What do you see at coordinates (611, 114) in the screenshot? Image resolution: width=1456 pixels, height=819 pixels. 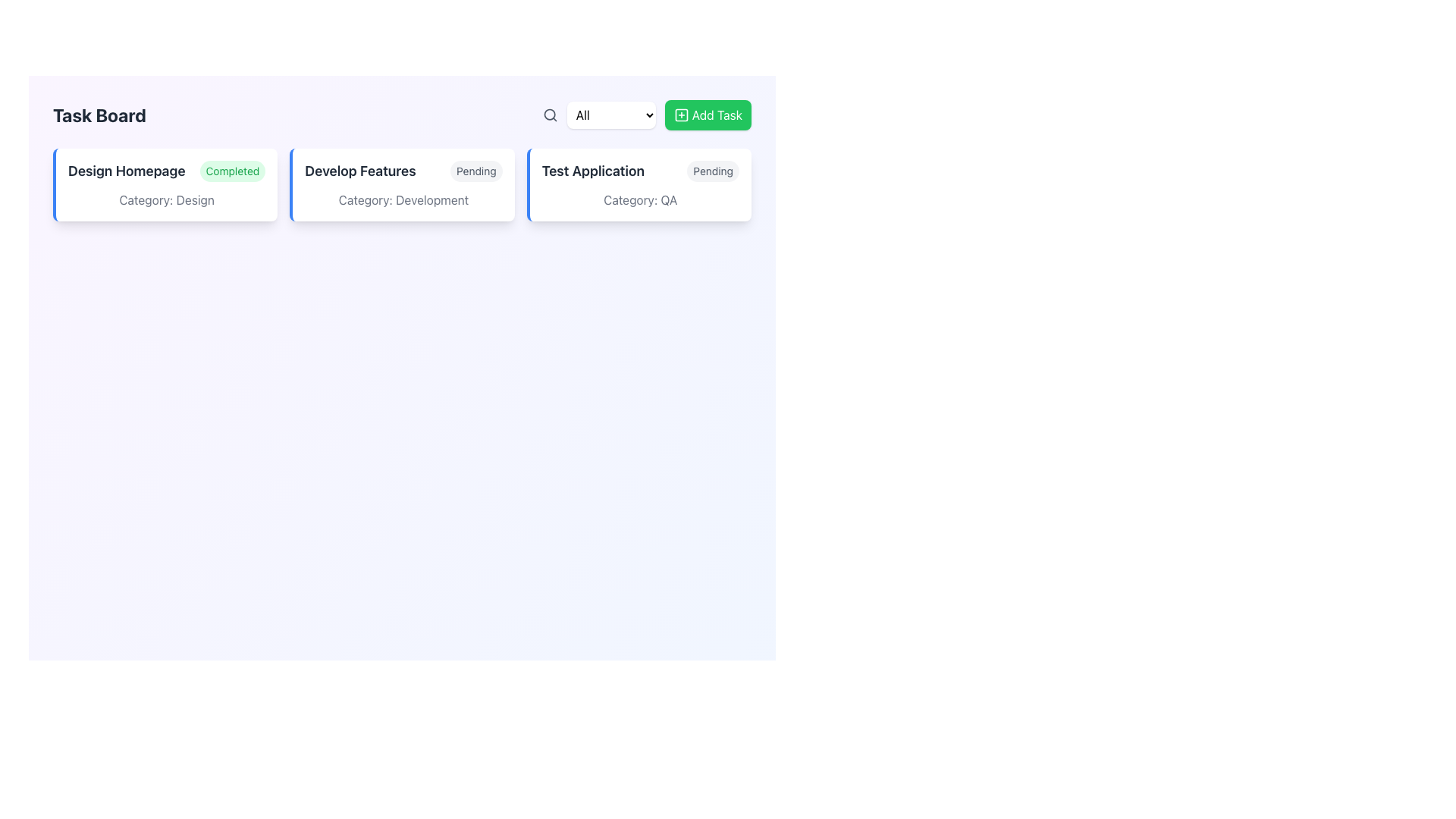 I see `the Dropdown Menu displaying 'AllCompleteIncomplete'` at bounding box center [611, 114].